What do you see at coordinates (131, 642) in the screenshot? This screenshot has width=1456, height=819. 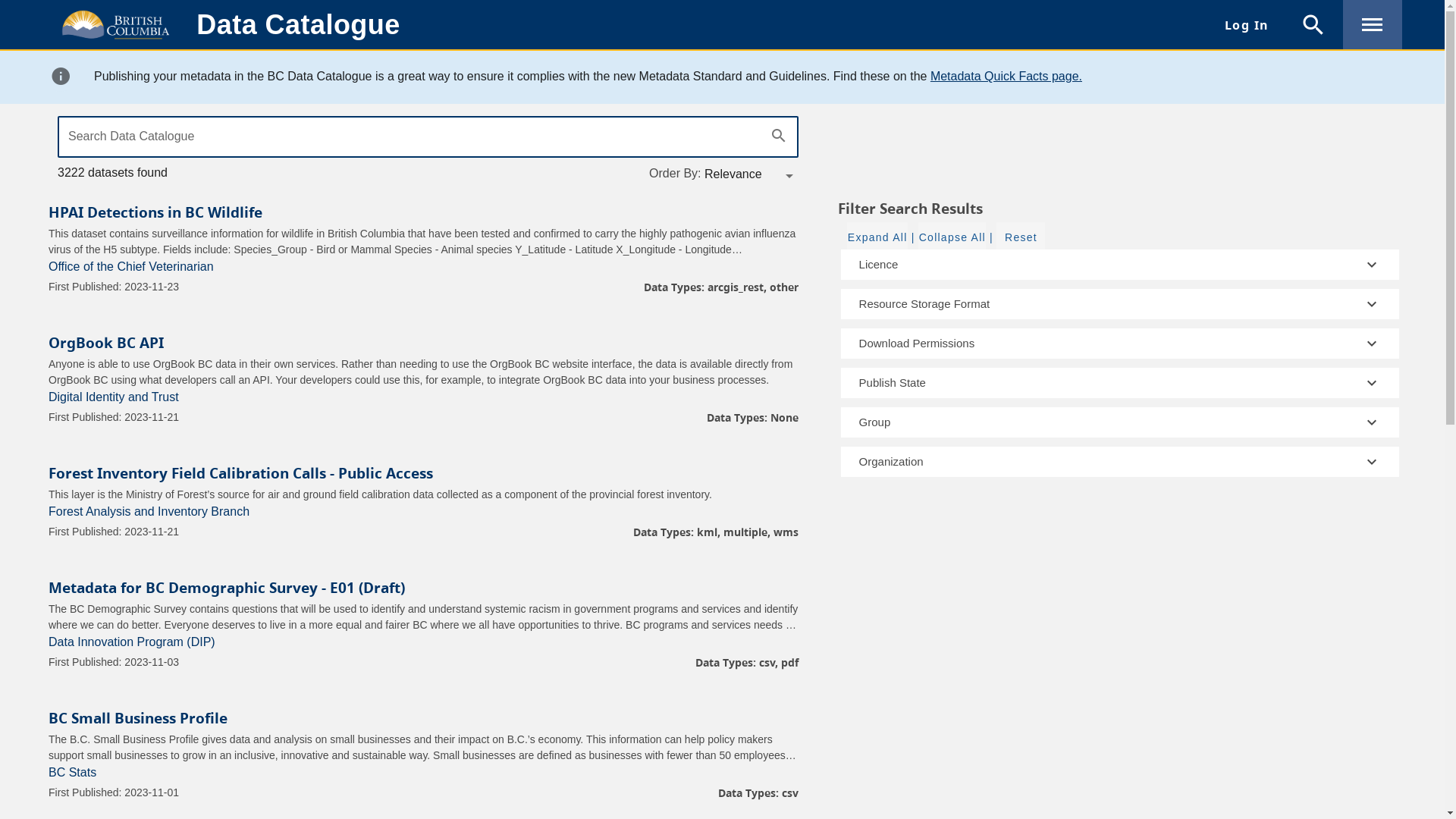 I see `'Data Innovation Program (DIP)'` at bounding box center [131, 642].